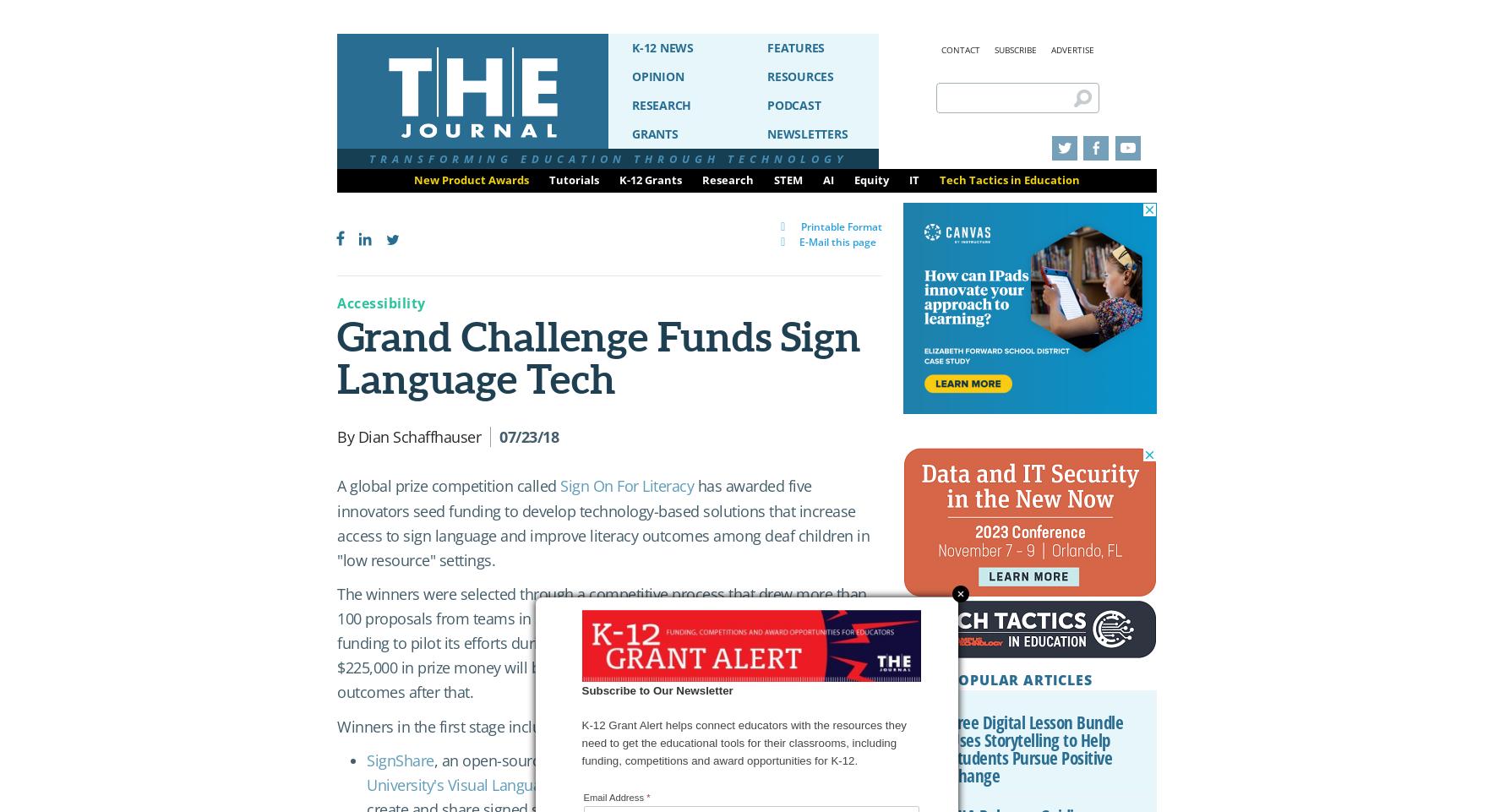 The height and width of the screenshot is (812, 1494). Describe the element at coordinates (650, 179) in the screenshot. I see `'K-12 Grants'` at that location.